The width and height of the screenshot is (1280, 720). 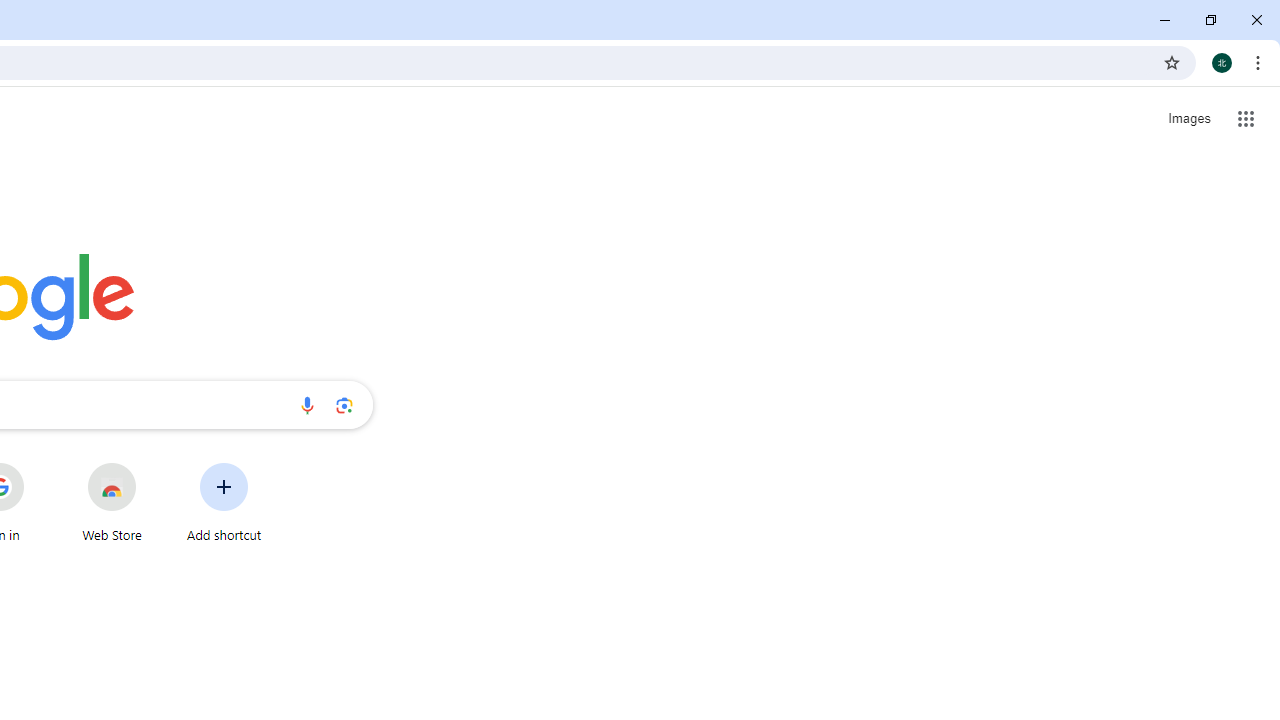 What do you see at coordinates (224, 501) in the screenshot?
I see `'Add shortcut'` at bounding box center [224, 501].